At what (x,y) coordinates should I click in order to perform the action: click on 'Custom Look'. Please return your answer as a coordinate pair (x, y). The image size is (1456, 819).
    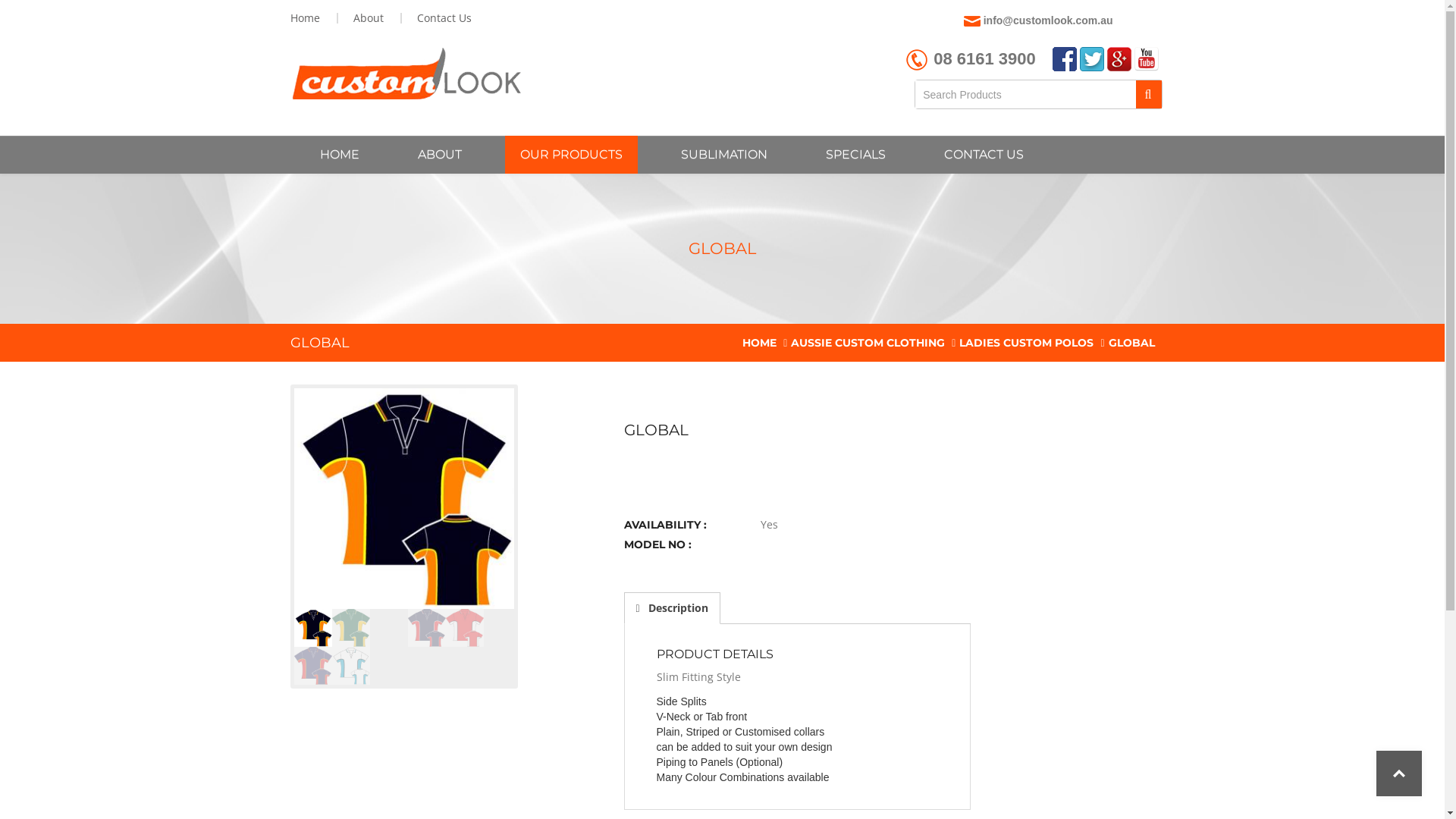
    Looking at the image, I should click on (405, 74).